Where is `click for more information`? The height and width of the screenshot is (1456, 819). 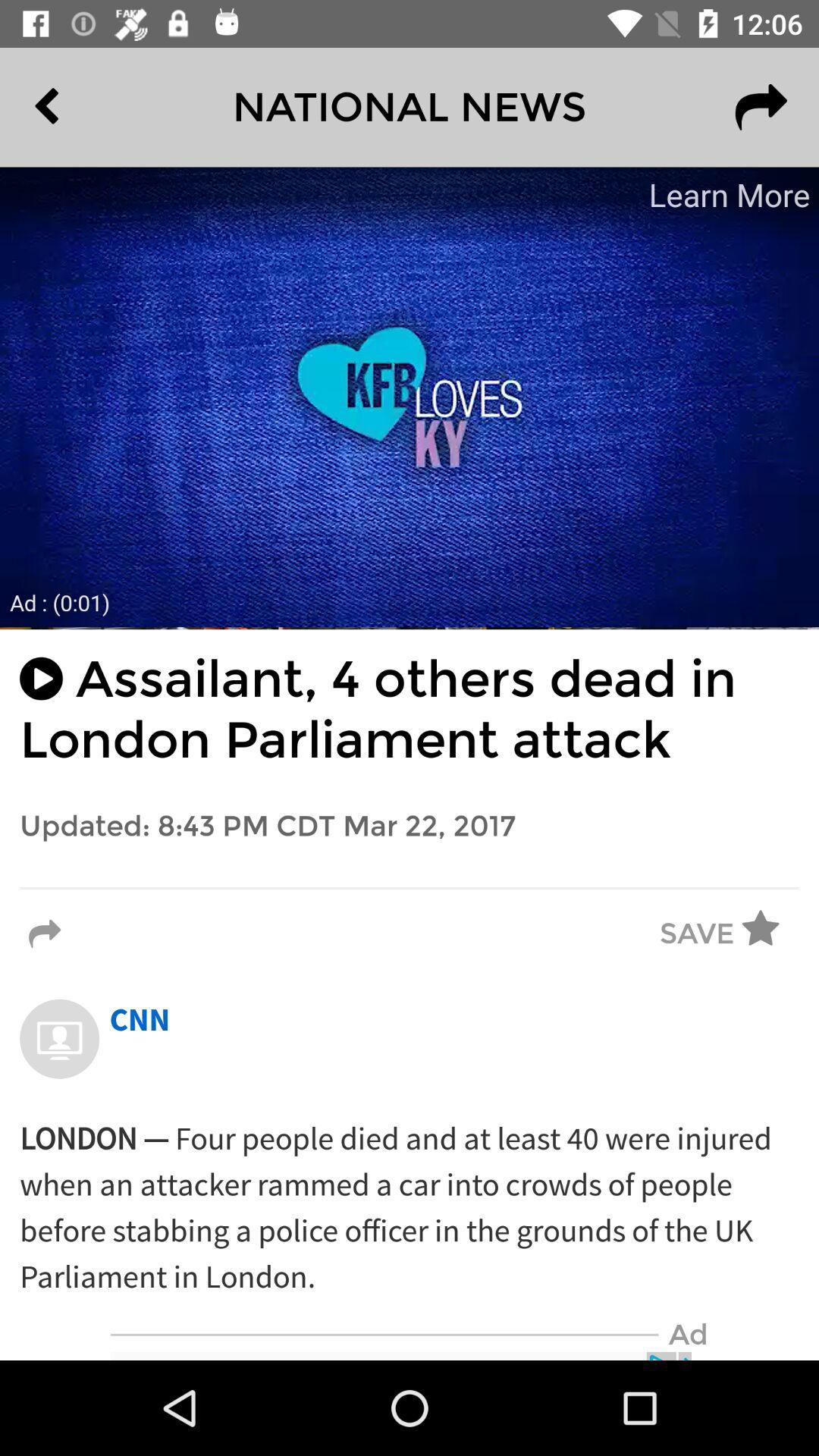 click for more information is located at coordinates (409, 397).